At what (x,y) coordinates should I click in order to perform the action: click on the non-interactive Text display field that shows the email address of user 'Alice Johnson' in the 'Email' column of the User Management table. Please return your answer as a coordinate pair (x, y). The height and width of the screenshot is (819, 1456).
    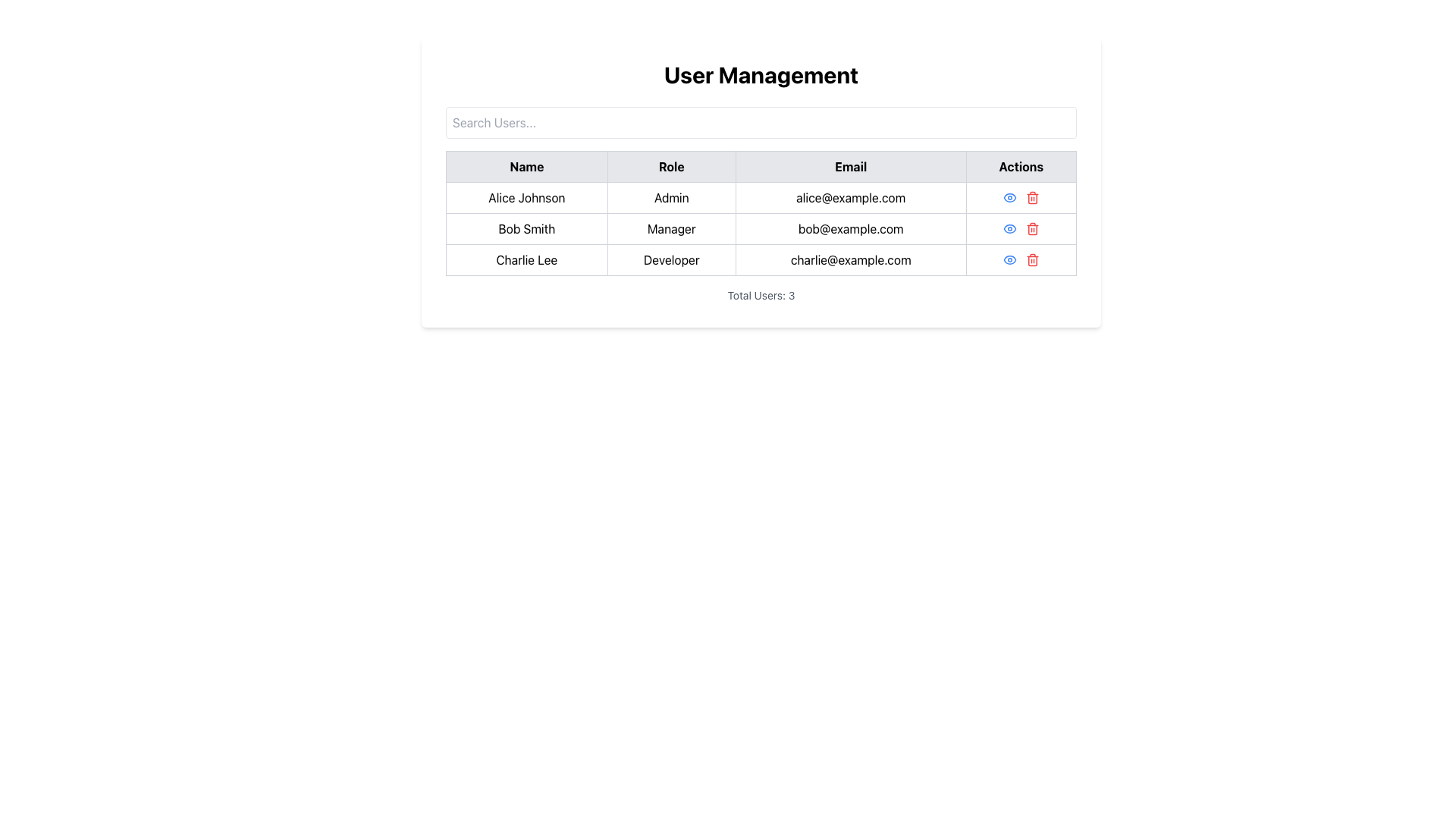
    Looking at the image, I should click on (851, 197).